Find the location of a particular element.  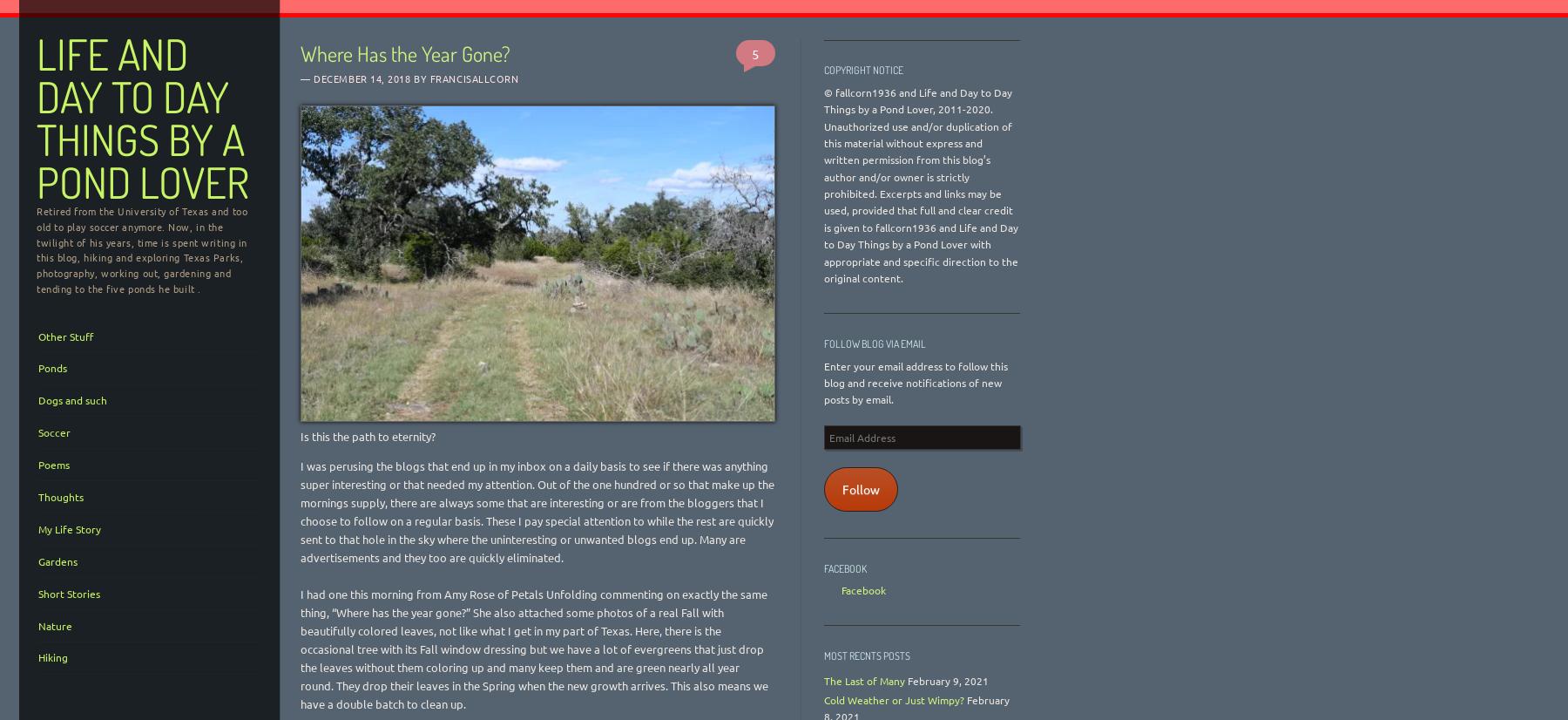

'Soccer' is located at coordinates (53, 432).